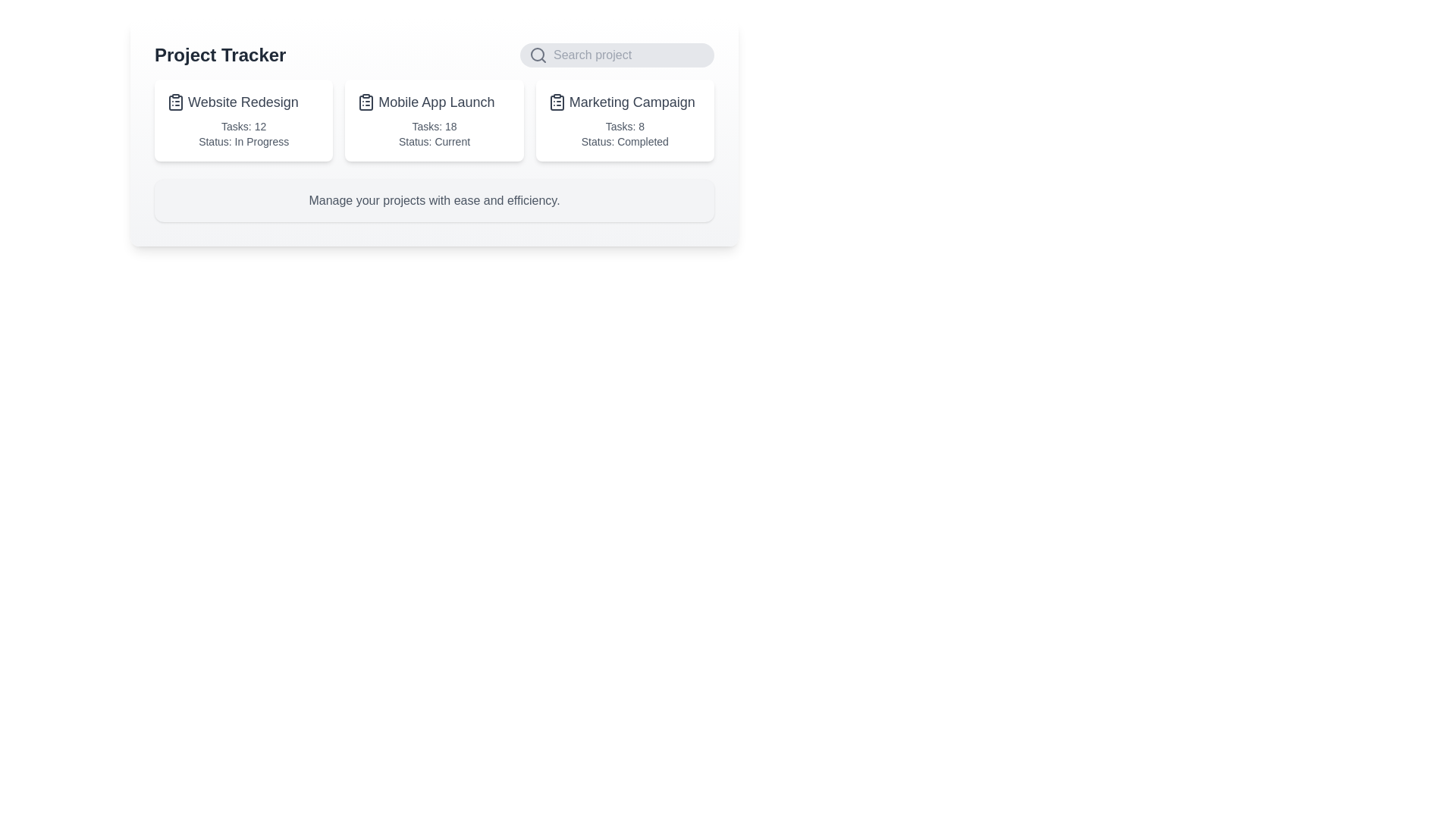  I want to click on the card styled component with the title 'Mobile App Launch', which has a white background and rounded corners, positioned in the second place among three horizontally aligned cards, so click(433, 119).